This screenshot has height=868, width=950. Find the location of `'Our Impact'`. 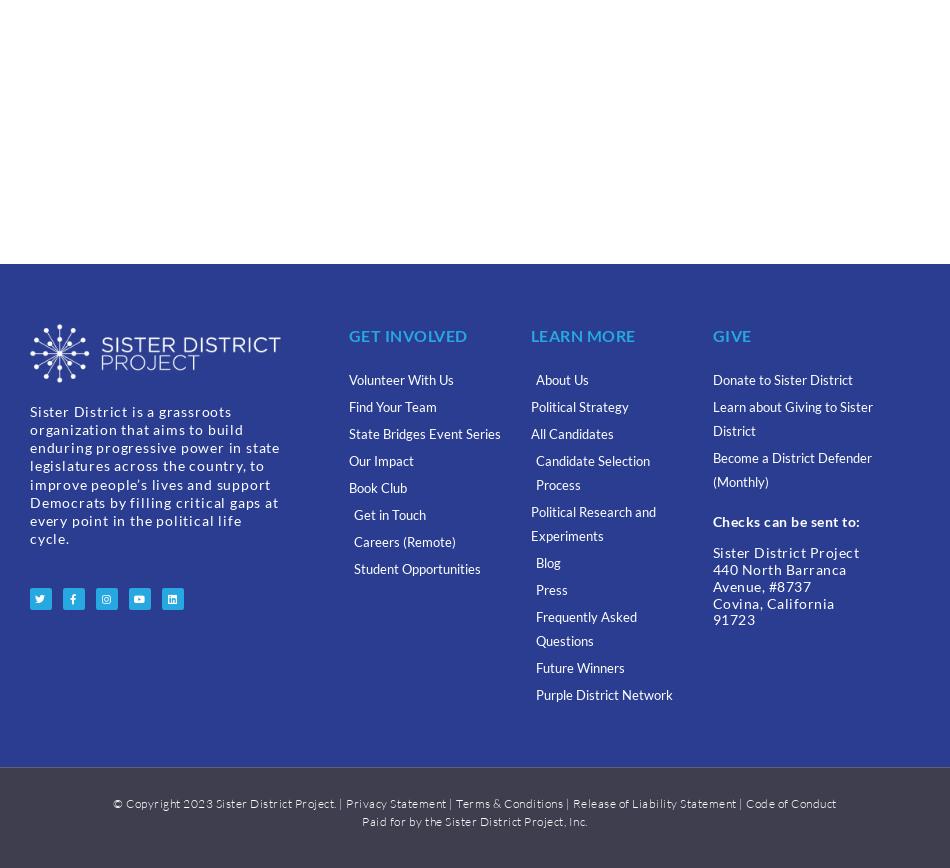

'Our Impact' is located at coordinates (379, 460).